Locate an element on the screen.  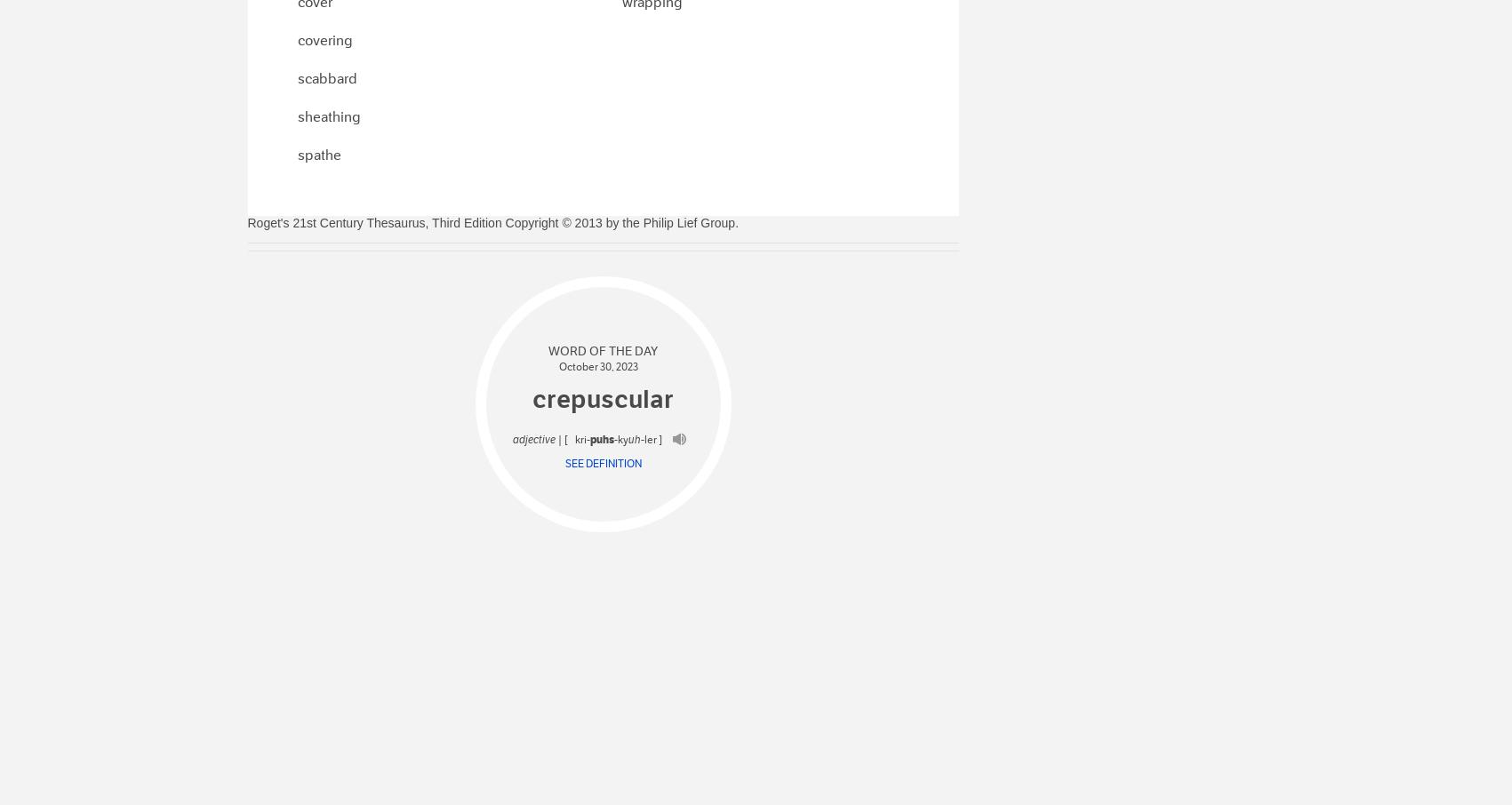
'-ky' is located at coordinates (619, 438).